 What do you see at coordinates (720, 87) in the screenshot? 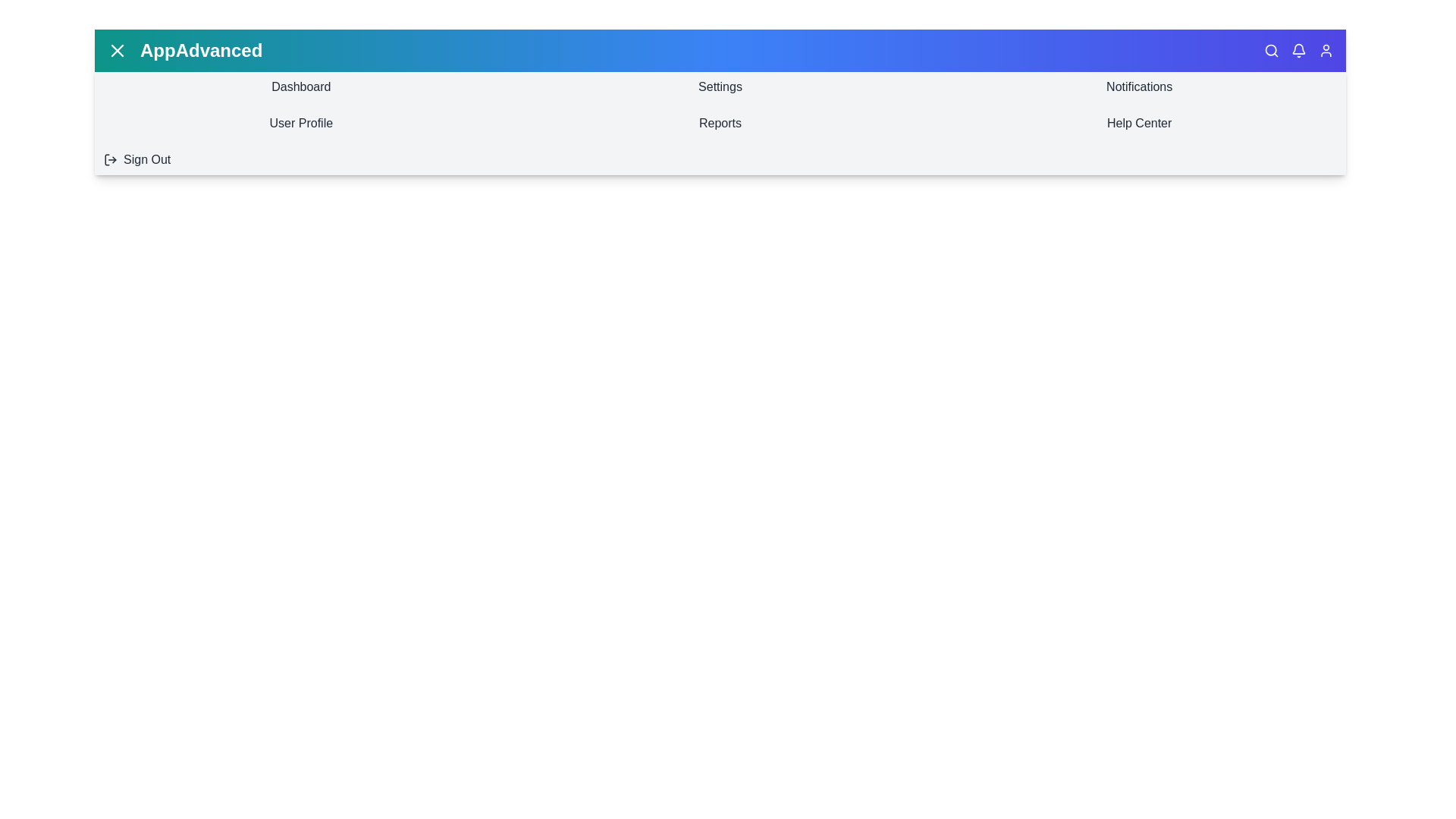
I see `the menu item Settings from the menu bar` at bounding box center [720, 87].